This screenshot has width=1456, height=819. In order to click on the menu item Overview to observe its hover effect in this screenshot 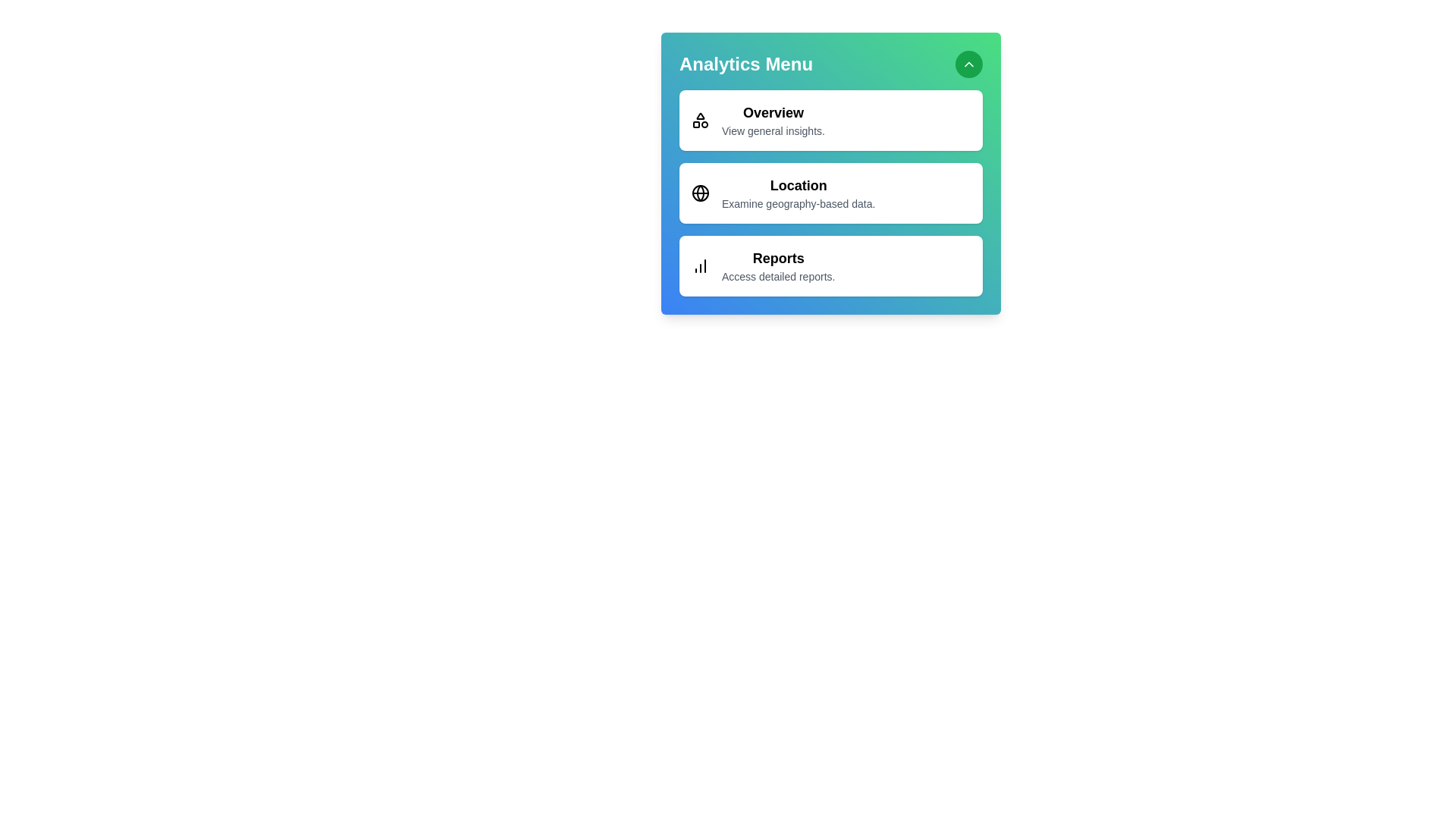, I will do `click(830, 119)`.